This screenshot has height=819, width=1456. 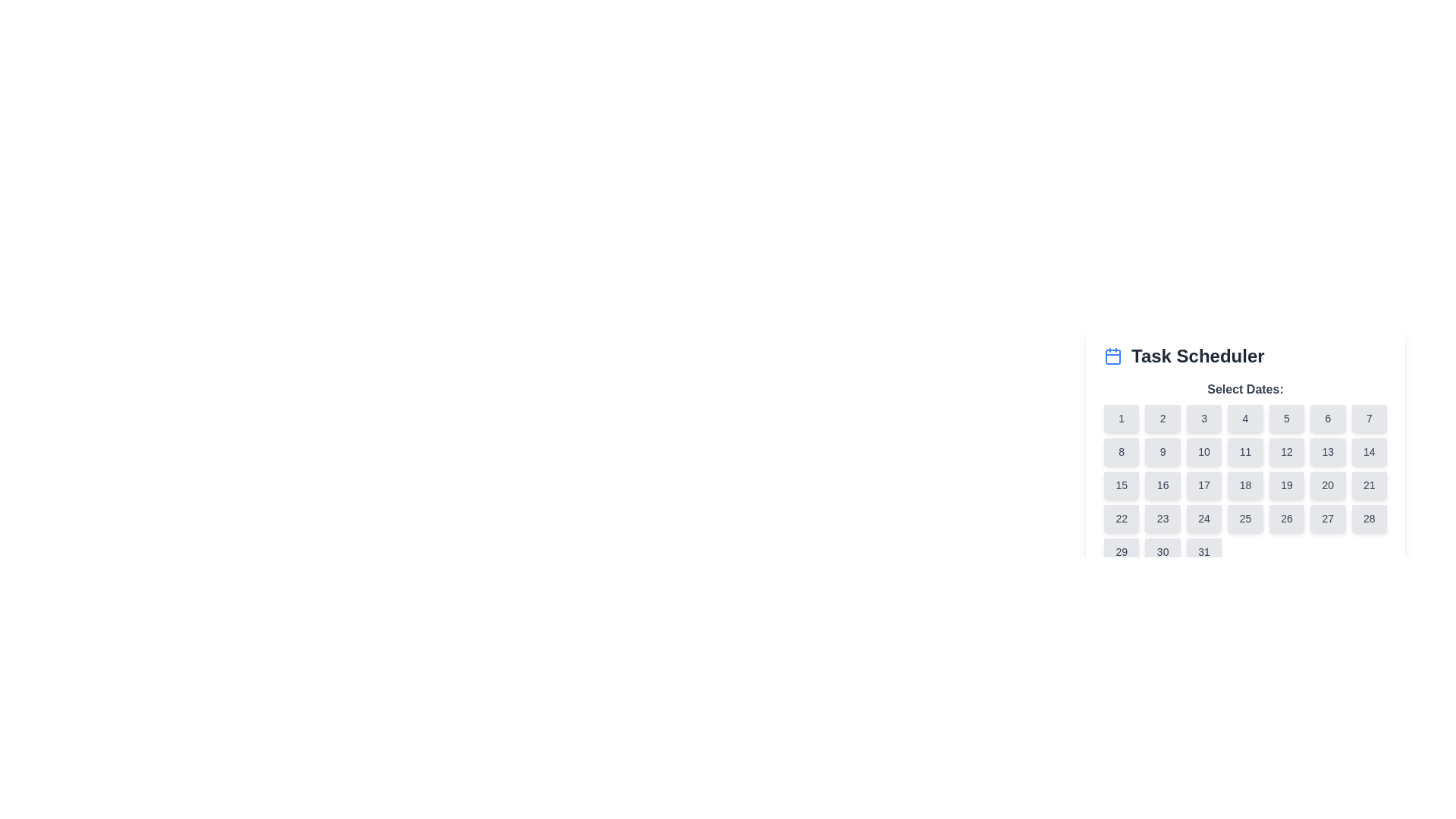 What do you see at coordinates (1245, 485) in the screenshot?
I see `the Interactive calendar day button for the day numbered '18' located in the fourth row and fourth column of the calendar grid under 'Task Scheduler'` at bounding box center [1245, 485].